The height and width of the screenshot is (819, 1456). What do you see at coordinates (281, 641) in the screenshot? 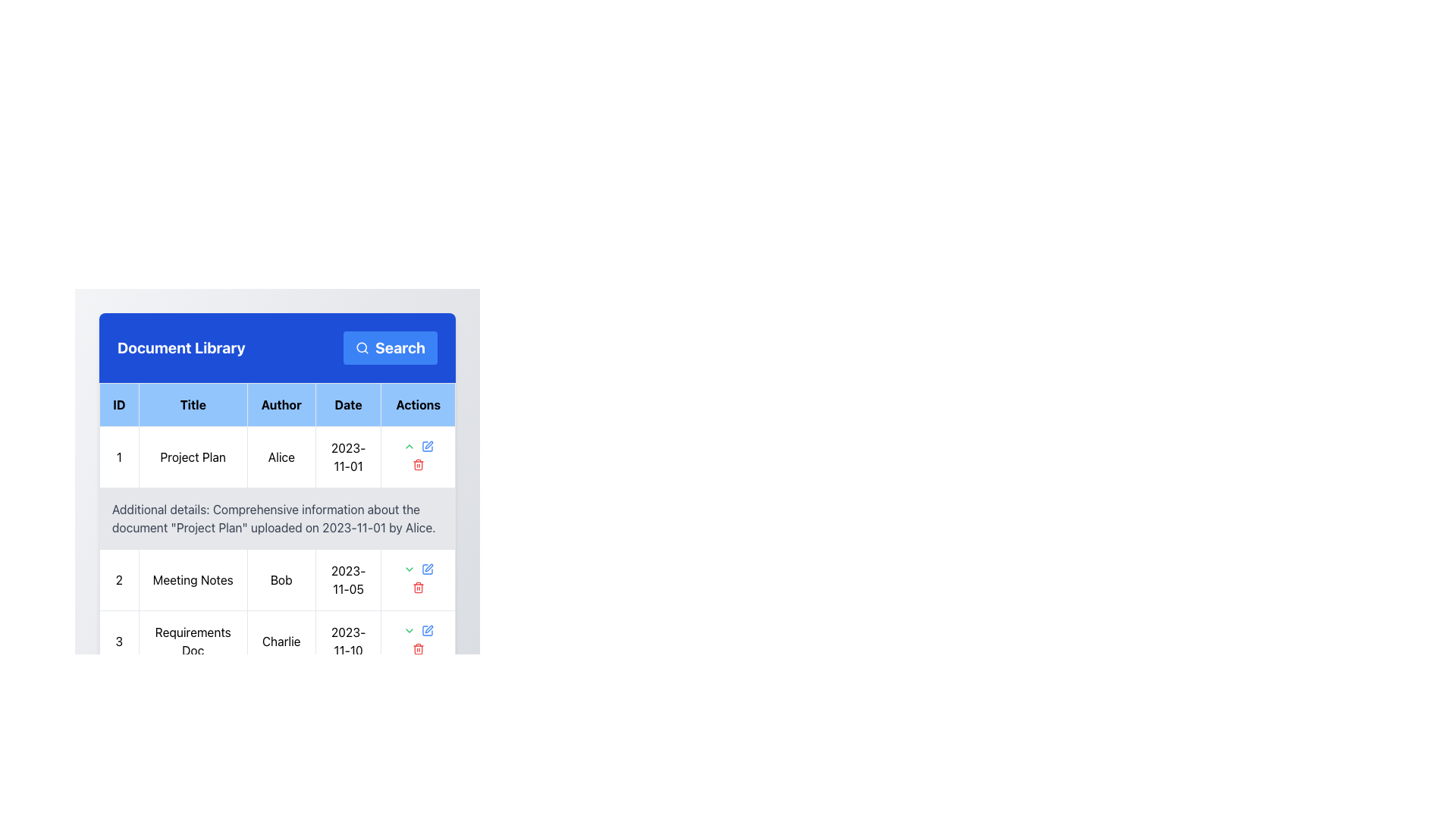
I see `the 'Charlie' text element in the Author column of the table, which is styled with a light border and padding, located in the third row` at bounding box center [281, 641].